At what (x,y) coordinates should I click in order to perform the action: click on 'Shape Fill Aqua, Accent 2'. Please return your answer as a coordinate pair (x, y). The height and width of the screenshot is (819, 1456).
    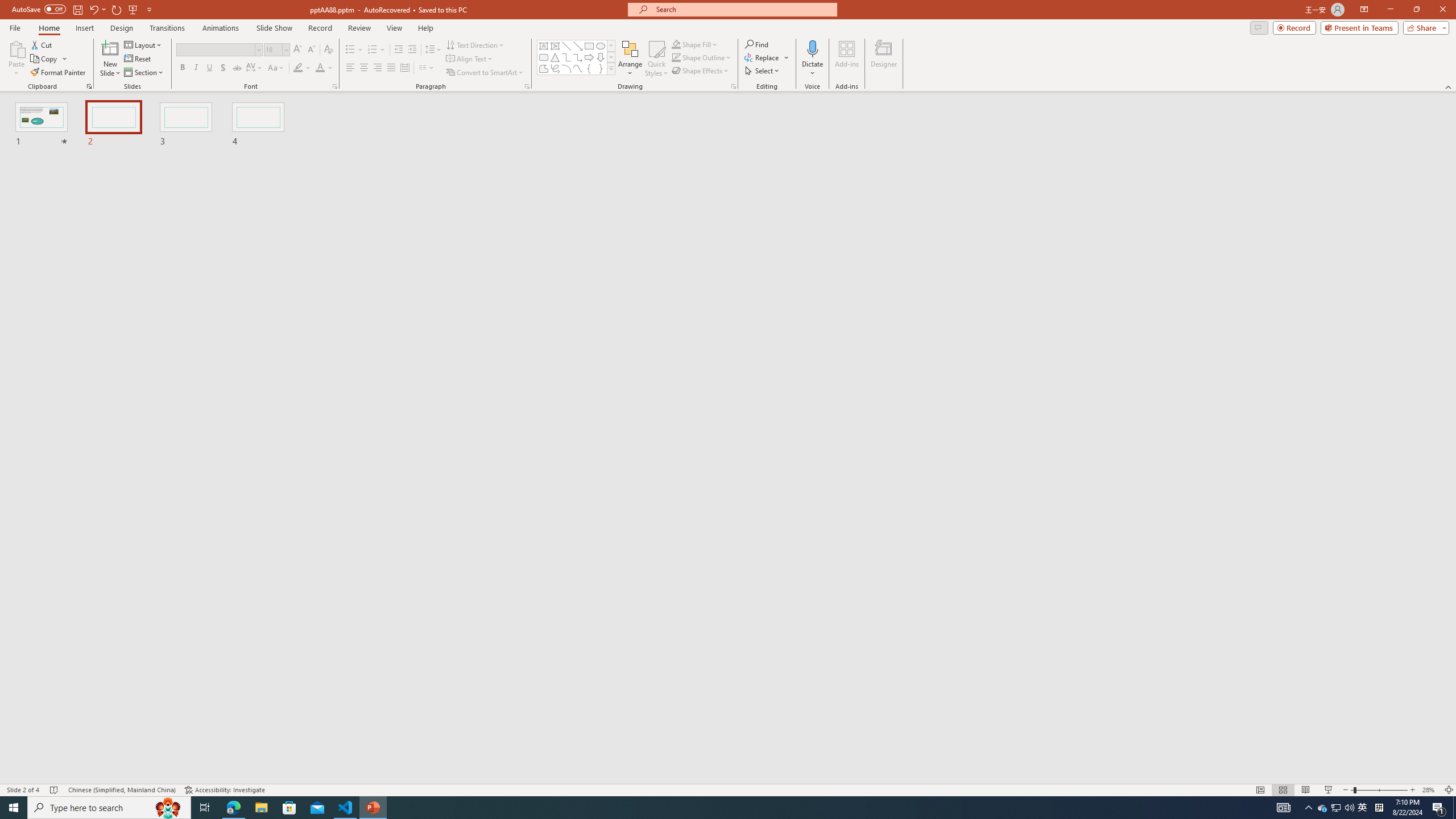
    Looking at the image, I should click on (676, 44).